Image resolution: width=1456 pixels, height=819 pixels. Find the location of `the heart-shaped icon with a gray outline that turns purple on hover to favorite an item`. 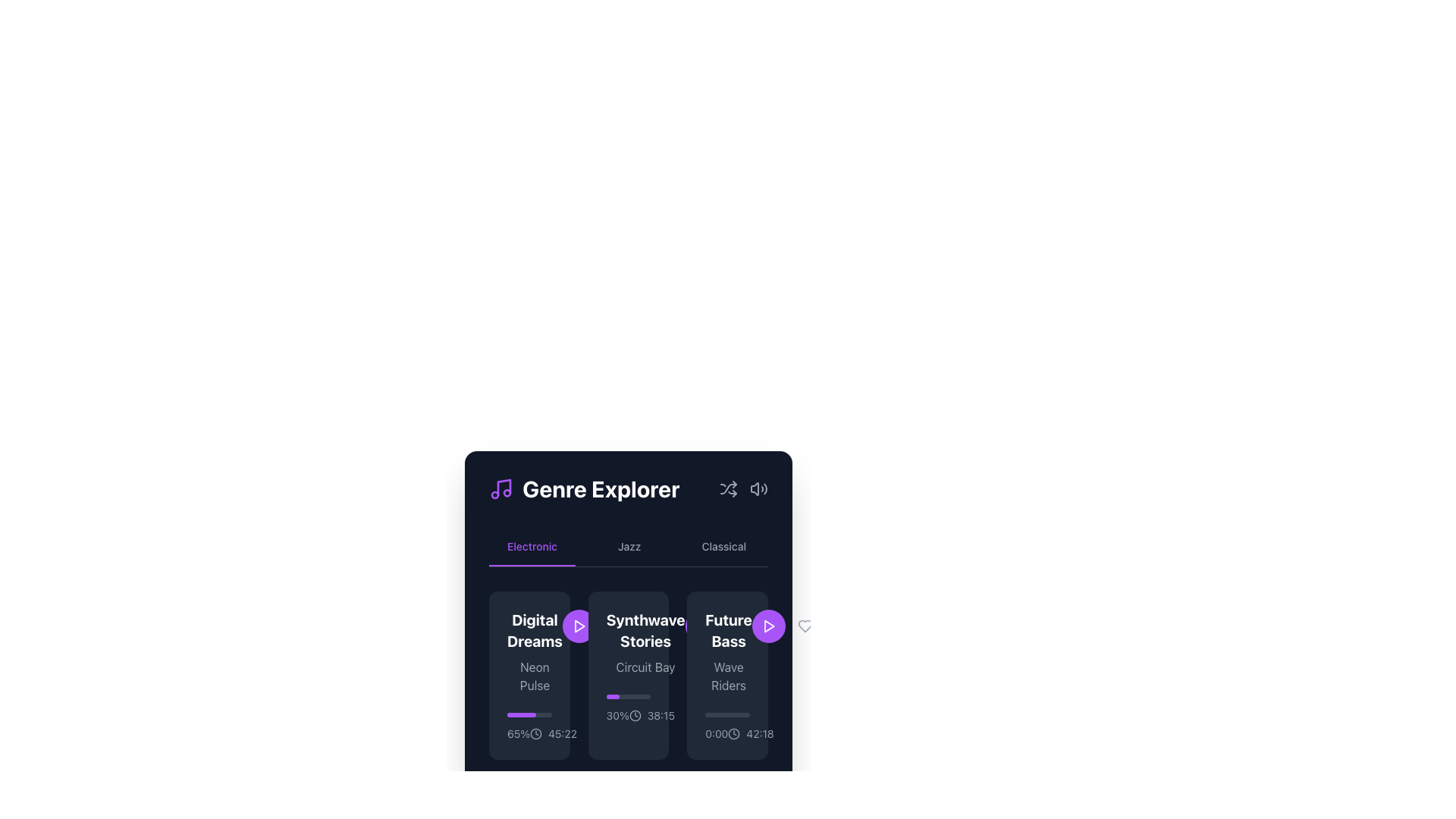

the heart-shaped icon with a gray outline that turns purple on hover to favorite an item is located at coordinates (804, 626).